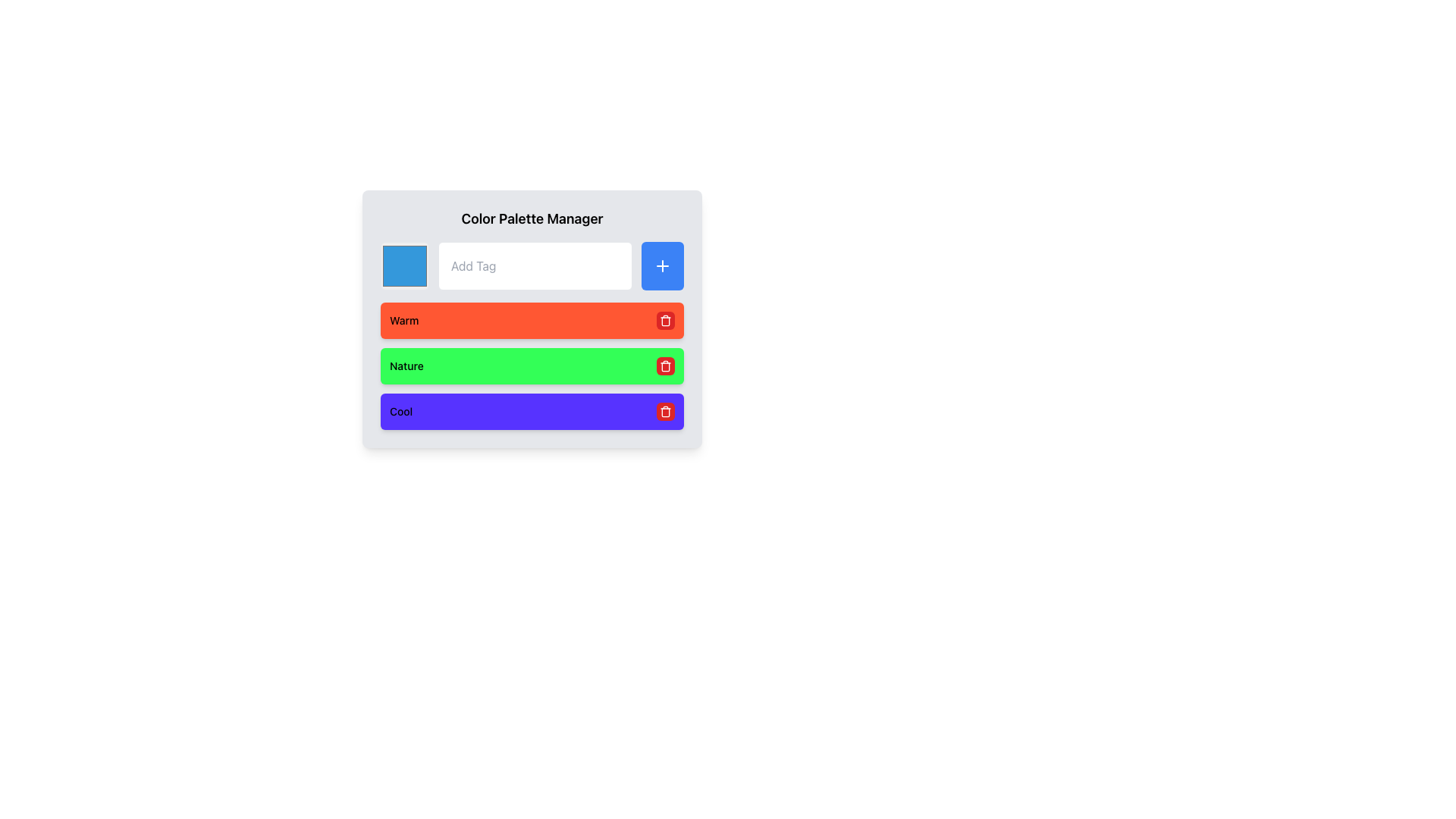 This screenshot has height=819, width=1456. I want to click on the red trash bin icon with white outlines on the right side of the 'Nature' green bar, so click(666, 320).